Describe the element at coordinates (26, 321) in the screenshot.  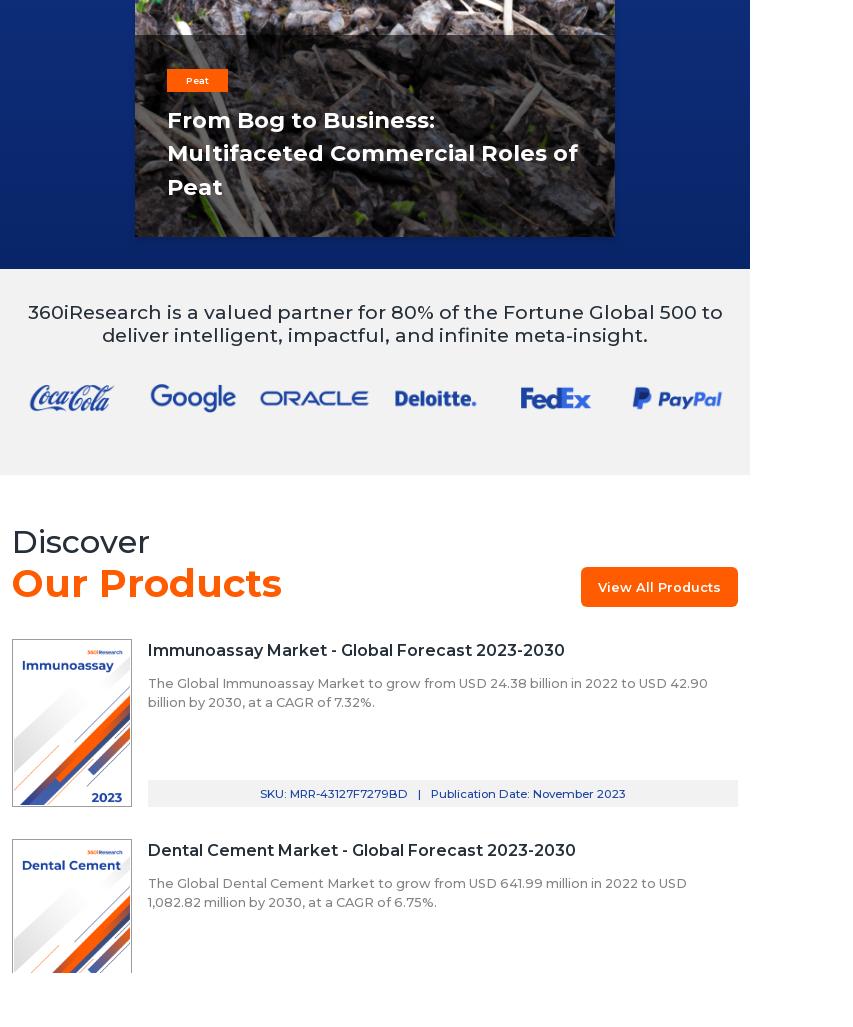
I see `'360iResearch is a valued partner for 80% of the Fortune Global 500 to deliver intelligent, impactful, and infinite meta-insight.'` at that location.